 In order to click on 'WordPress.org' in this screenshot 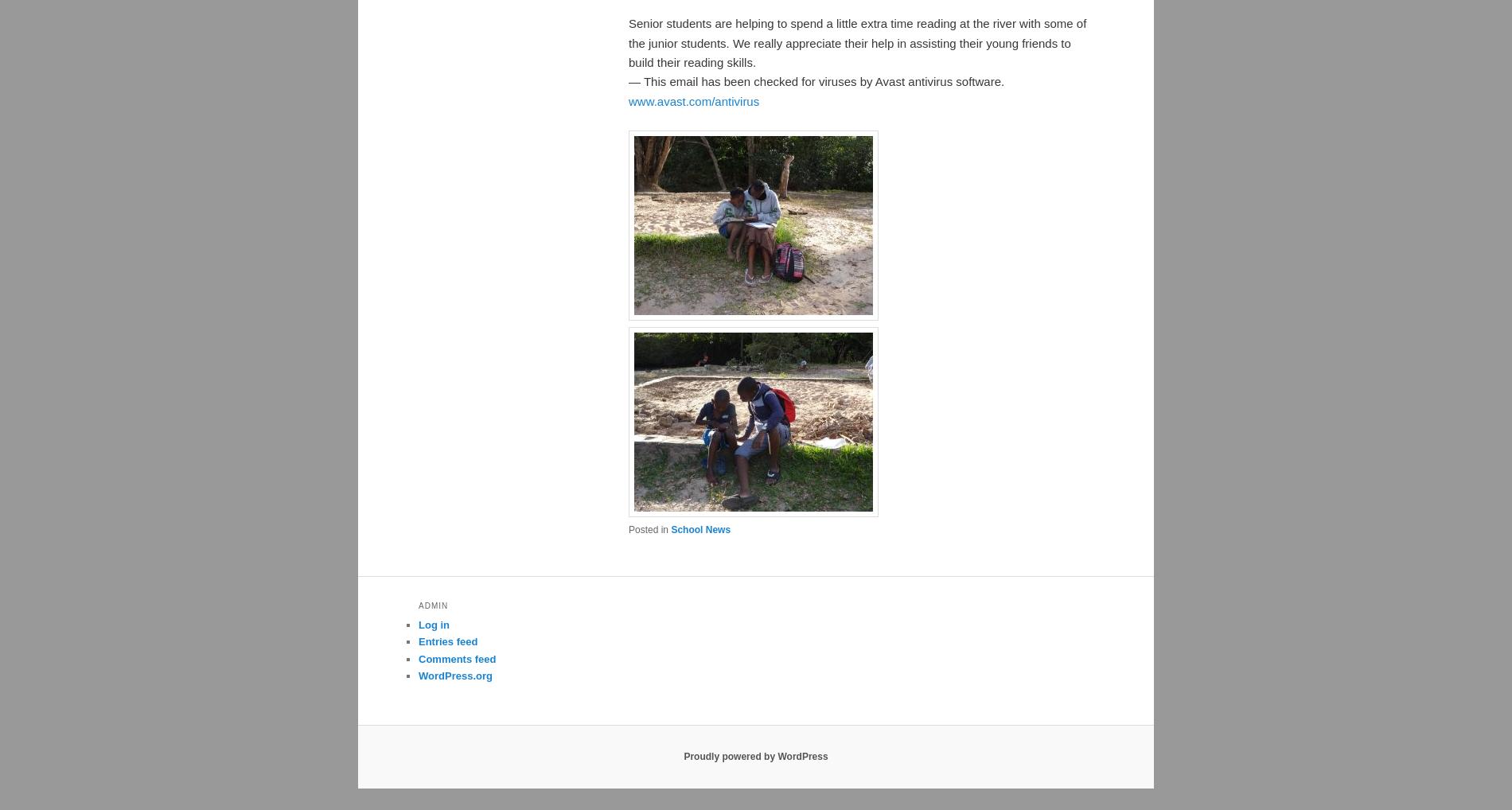, I will do `click(455, 674)`.